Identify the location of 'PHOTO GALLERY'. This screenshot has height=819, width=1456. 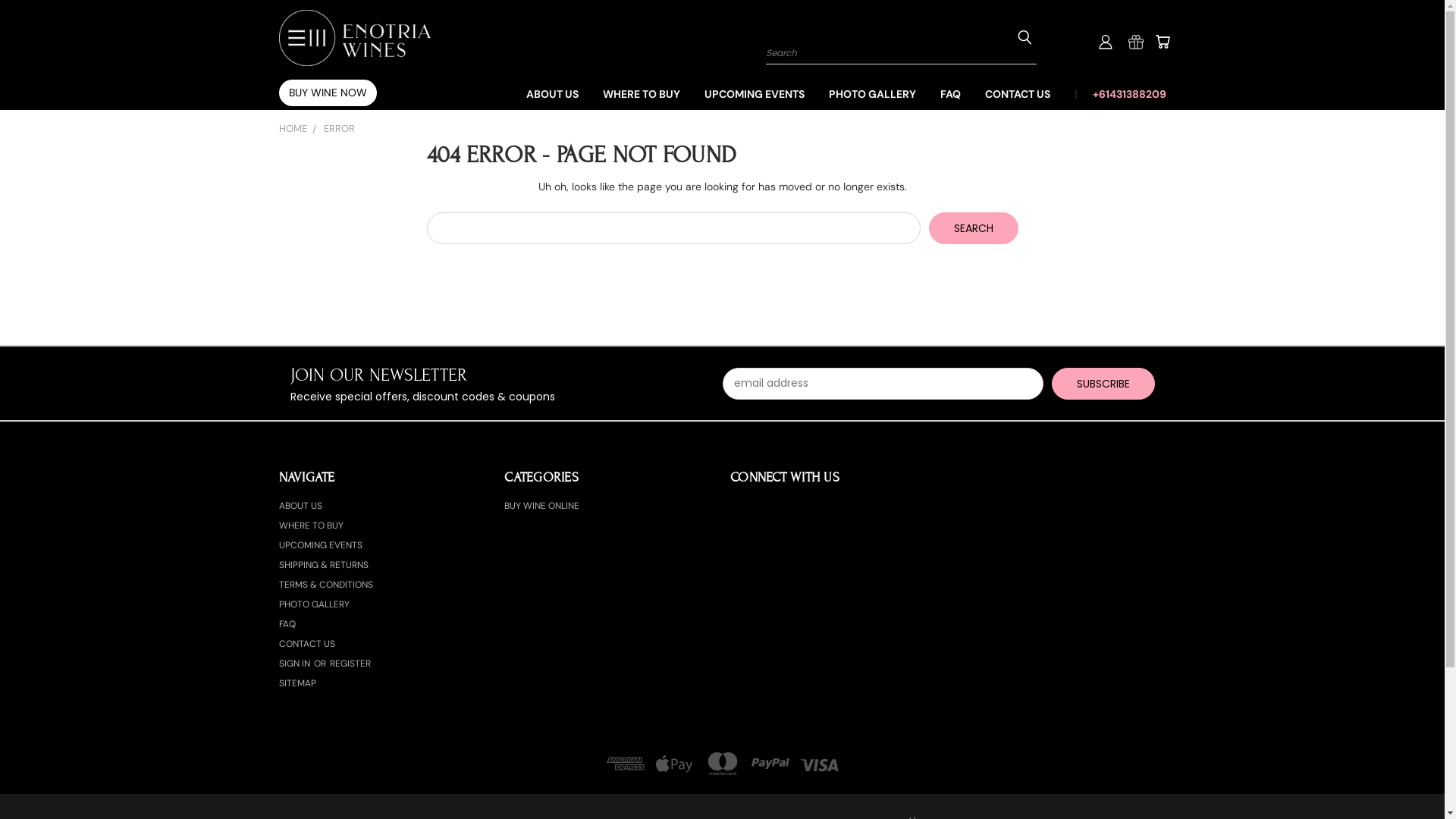
(814, 93).